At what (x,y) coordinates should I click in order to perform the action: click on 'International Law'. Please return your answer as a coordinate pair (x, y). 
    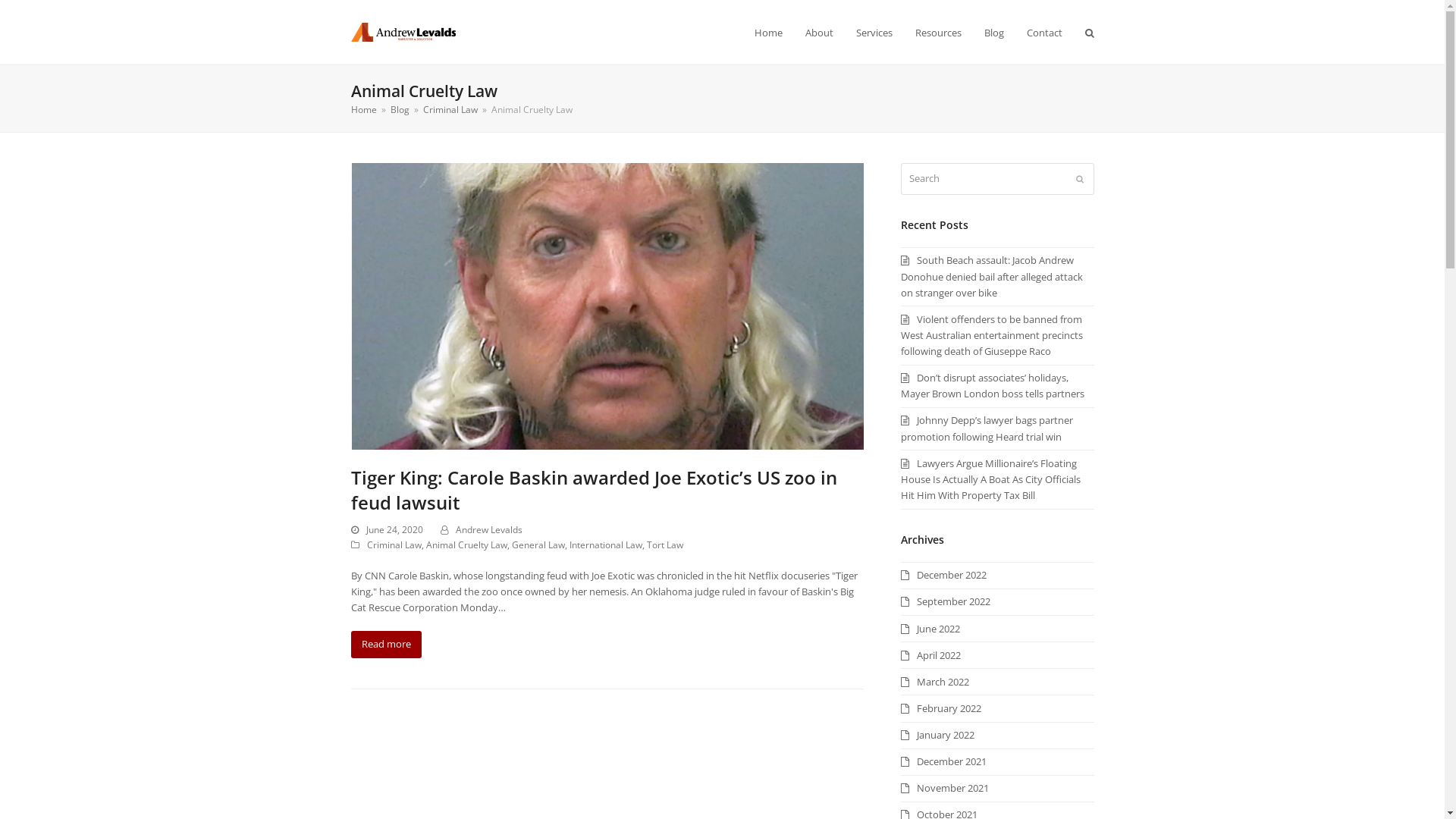
    Looking at the image, I should click on (567, 544).